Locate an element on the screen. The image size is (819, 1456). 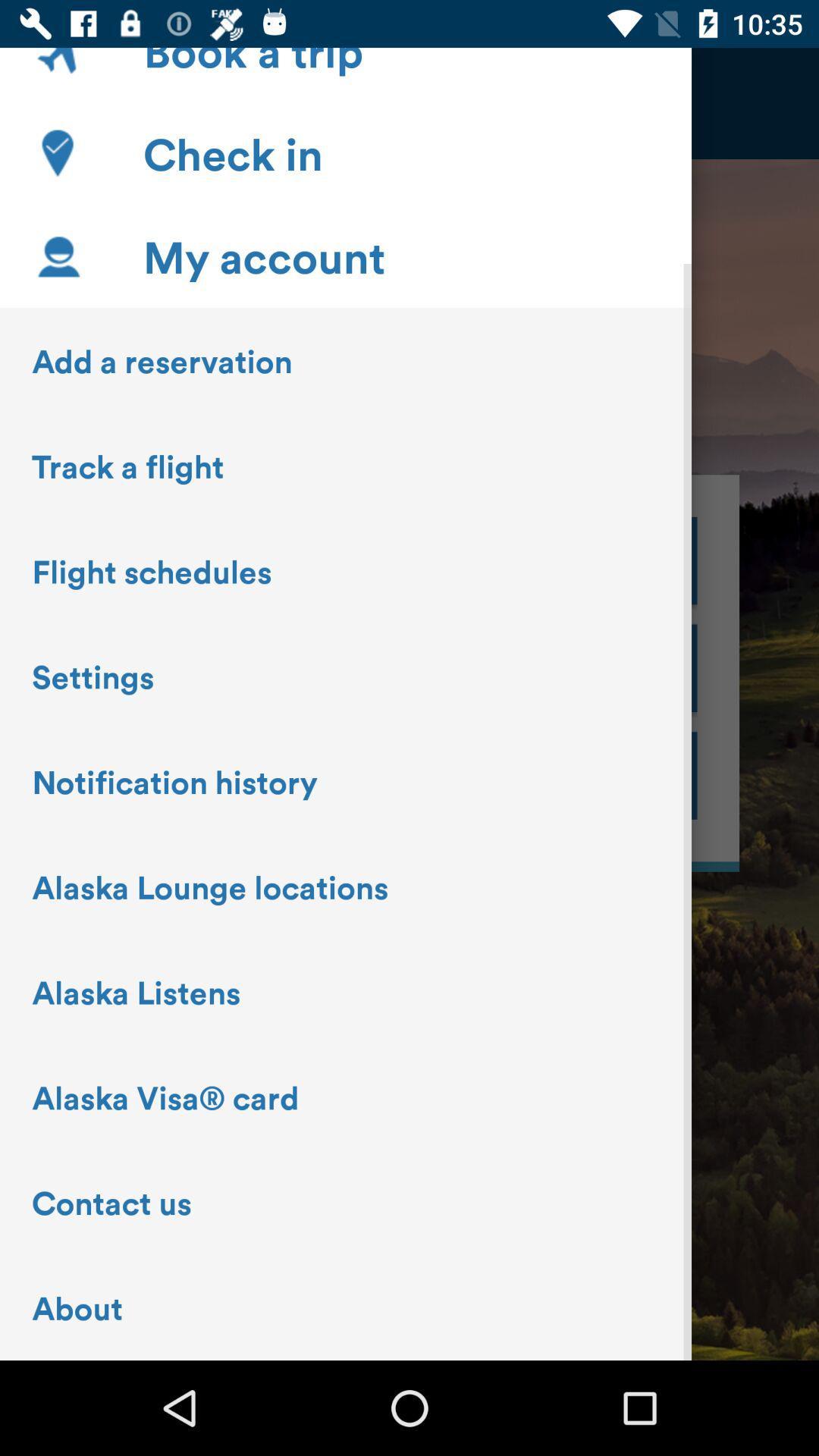
the icon beside my account is located at coordinates (57, 256).